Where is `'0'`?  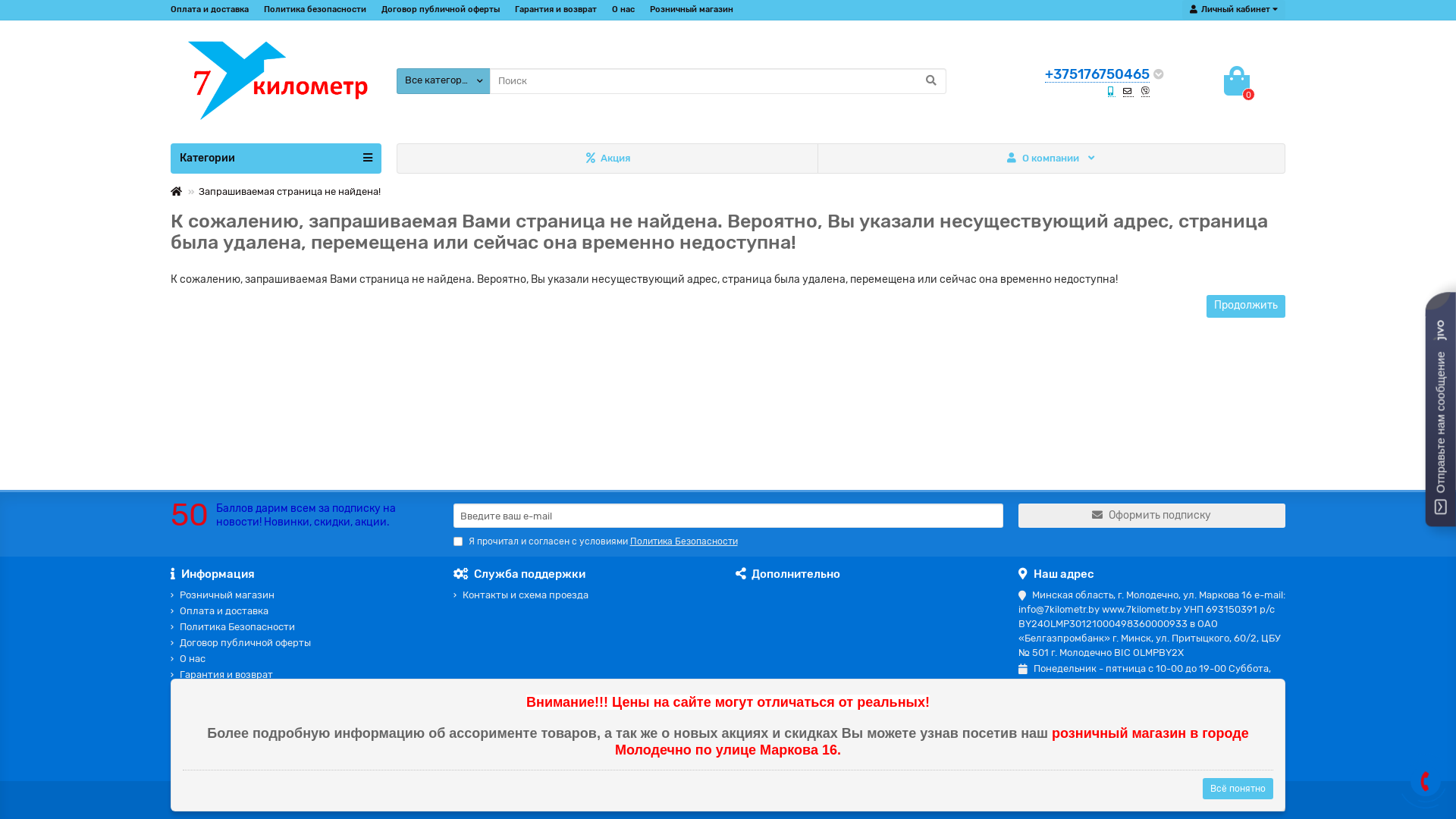
'0' is located at coordinates (1237, 81).